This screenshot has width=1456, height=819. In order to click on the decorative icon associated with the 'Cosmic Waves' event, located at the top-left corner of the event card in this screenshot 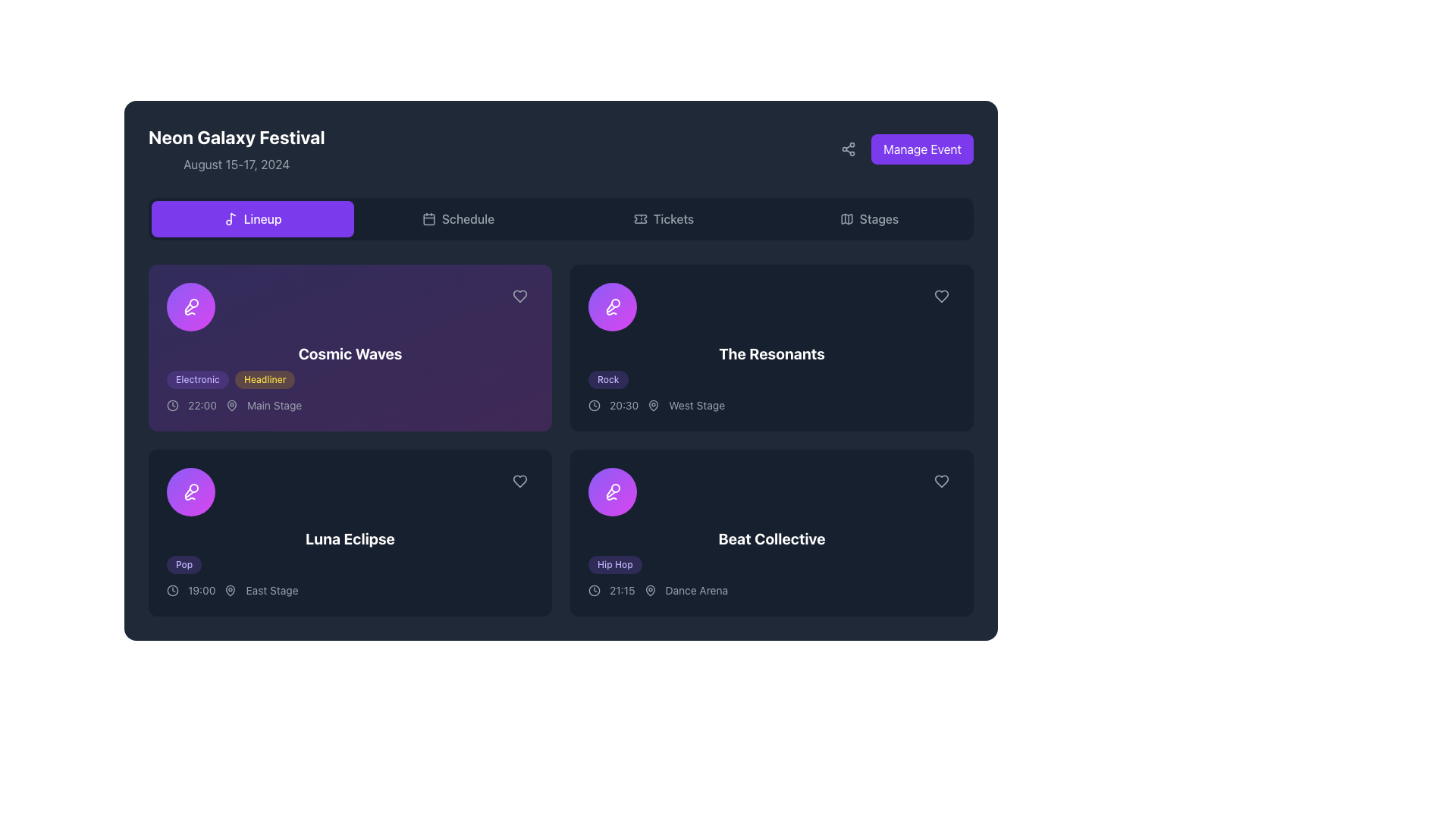, I will do `click(190, 307)`.